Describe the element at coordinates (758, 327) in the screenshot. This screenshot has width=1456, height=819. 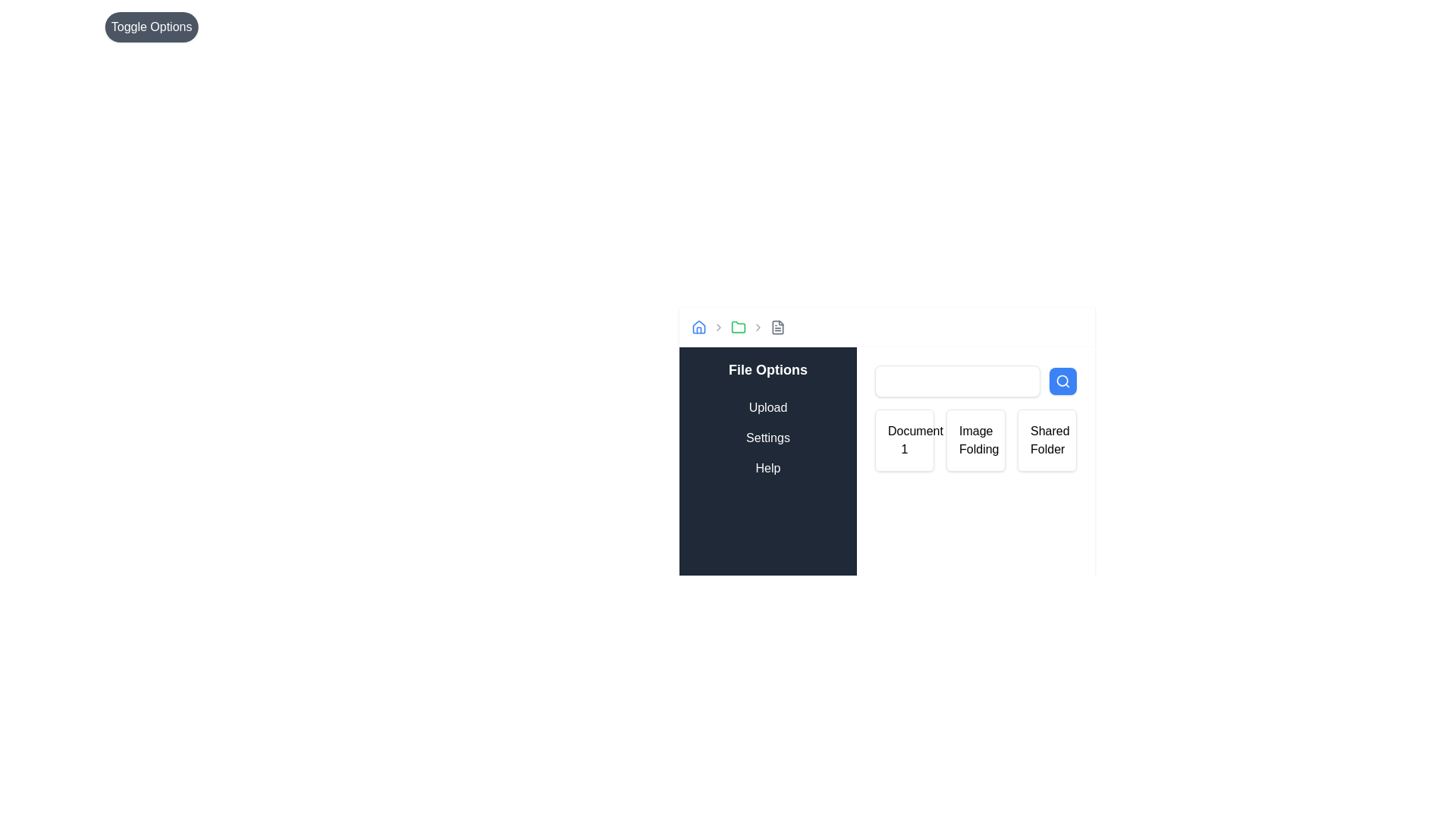
I see `the third right-chevron icon in the breadcrumb navigation interface to interact with it` at that location.